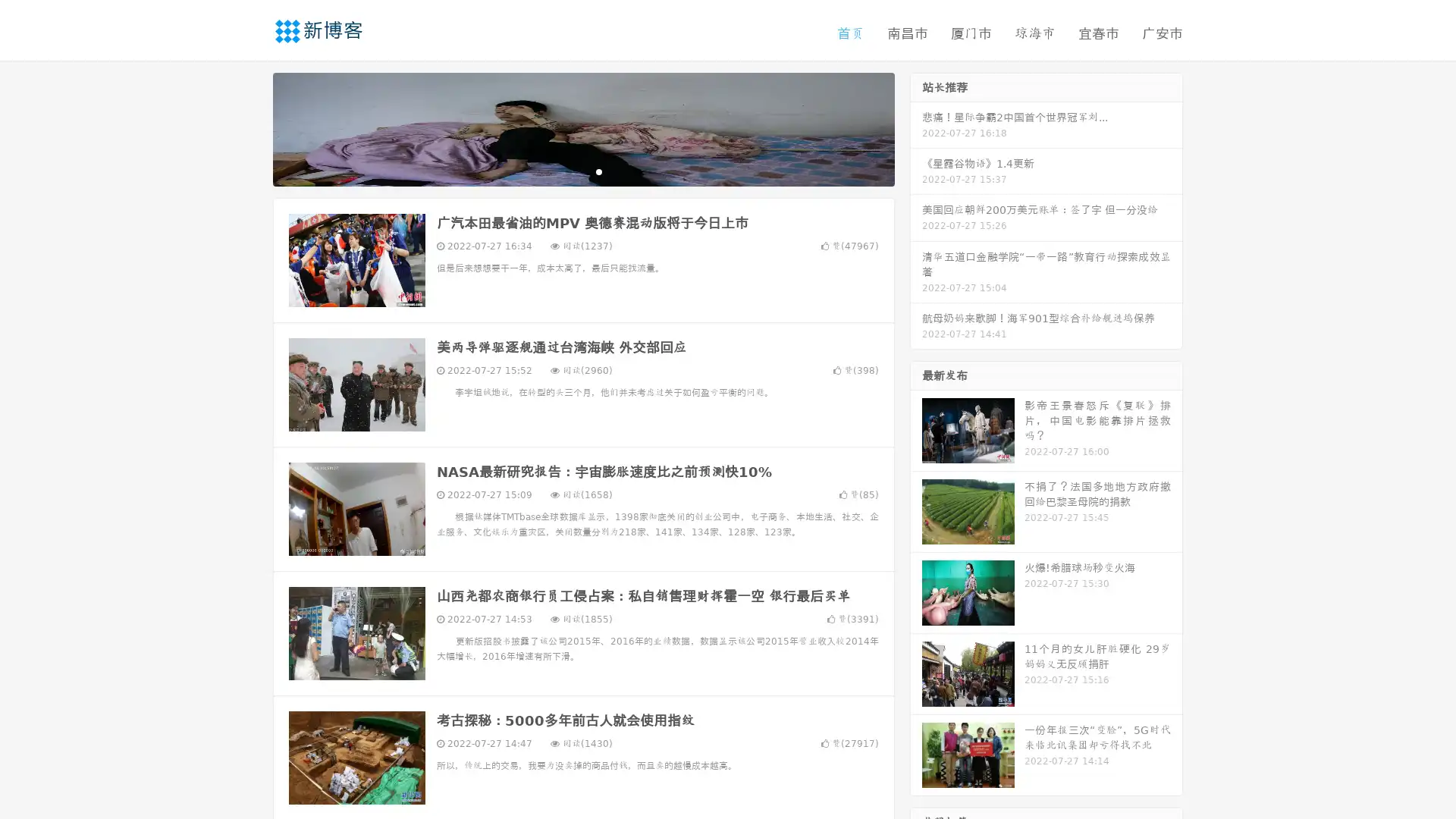 Image resolution: width=1456 pixels, height=819 pixels. What do you see at coordinates (916, 127) in the screenshot?
I see `Next slide` at bounding box center [916, 127].